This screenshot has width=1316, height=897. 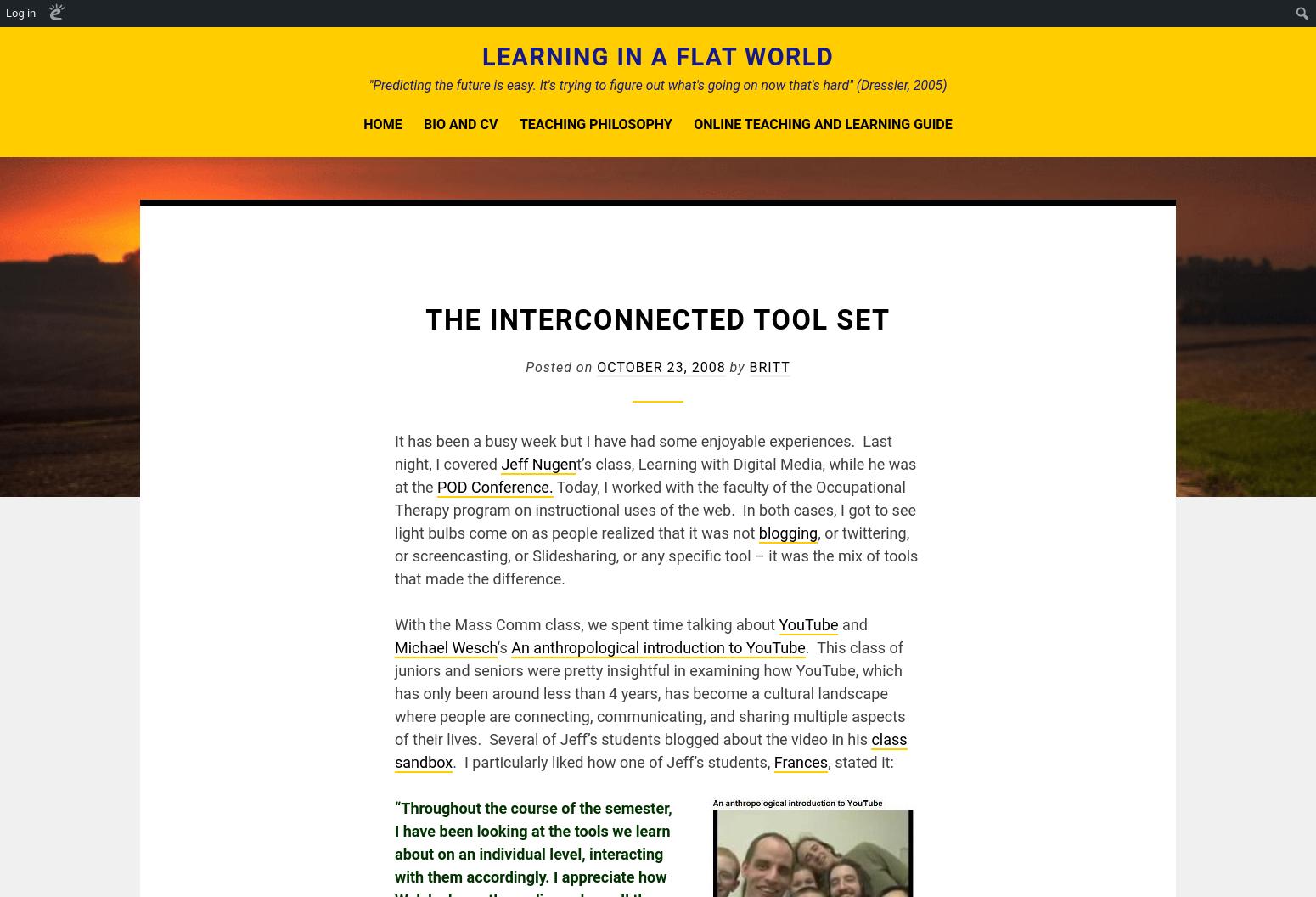 What do you see at coordinates (650, 749) in the screenshot?
I see `'class sandbox'` at bounding box center [650, 749].